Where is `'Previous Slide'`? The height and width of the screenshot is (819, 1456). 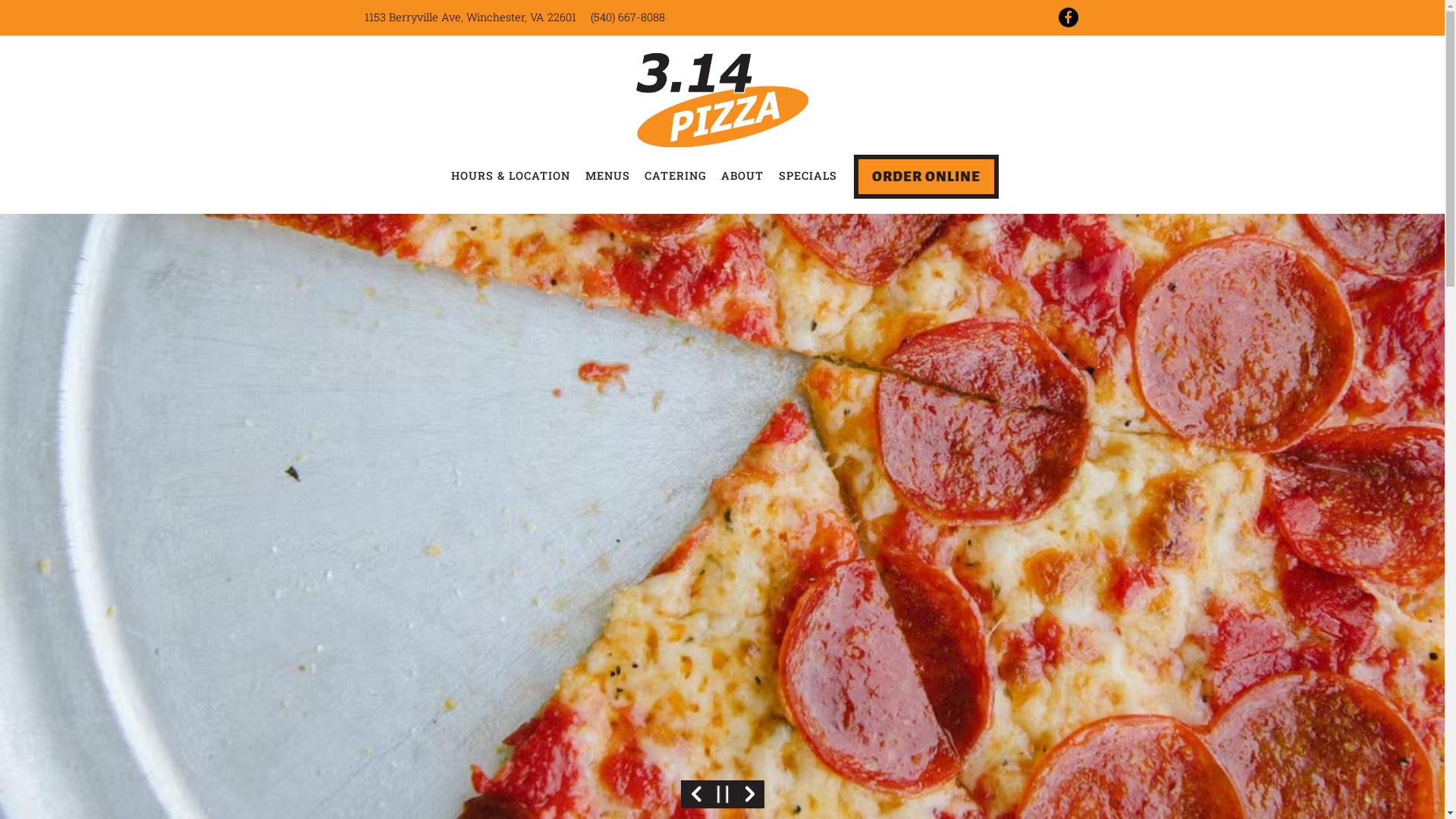
'Previous Slide' is located at coordinates (695, 793).